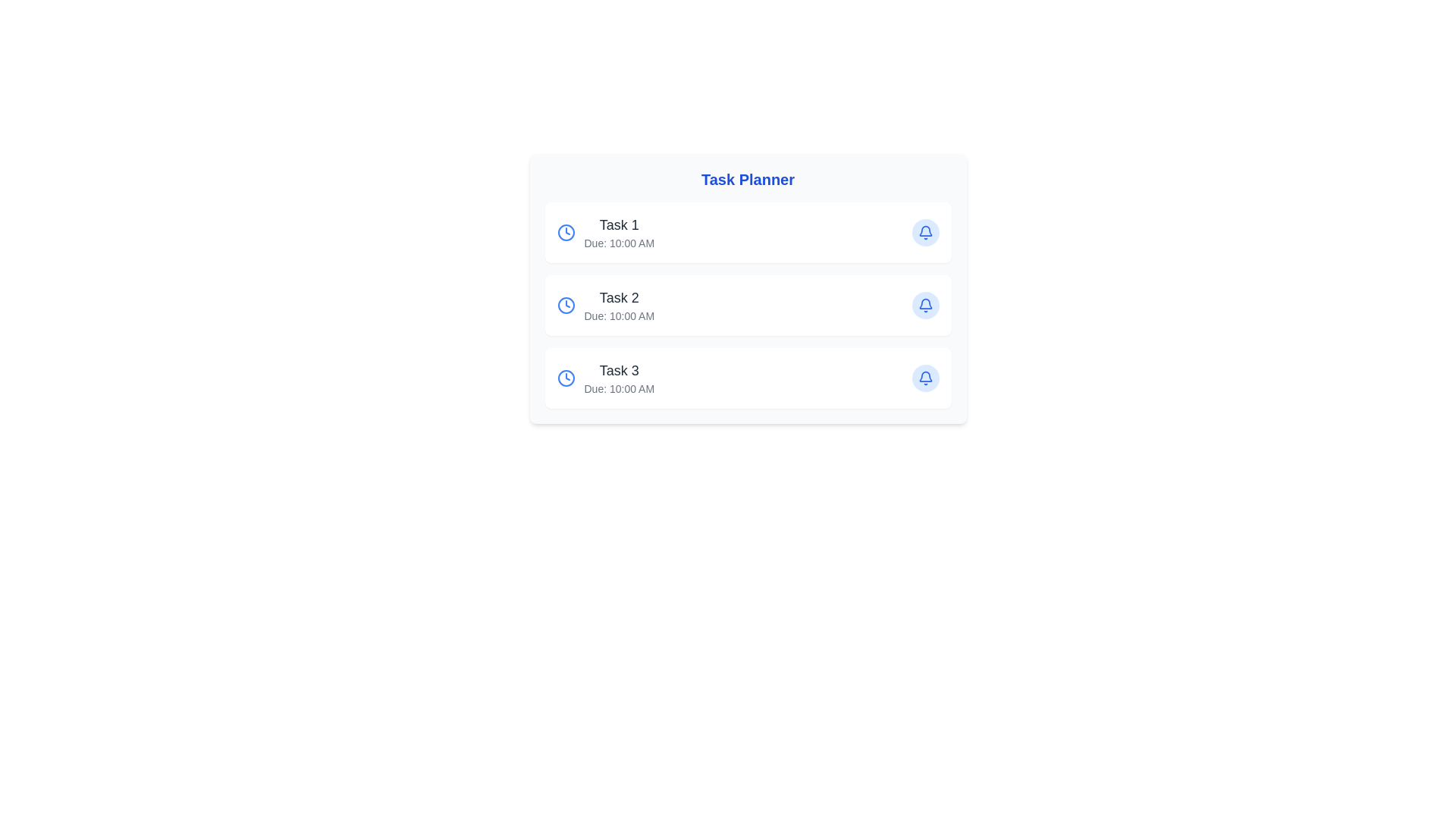 The height and width of the screenshot is (819, 1456). What do you see at coordinates (619, 305) in the screenshot?
I see `task title 'Task 2' and the due time 'Due: 10:00 AM' from the text display located in the vertical task list panel, positioned below 'Task 1' and above 'Task 3'` at bounding box center [619, 305].